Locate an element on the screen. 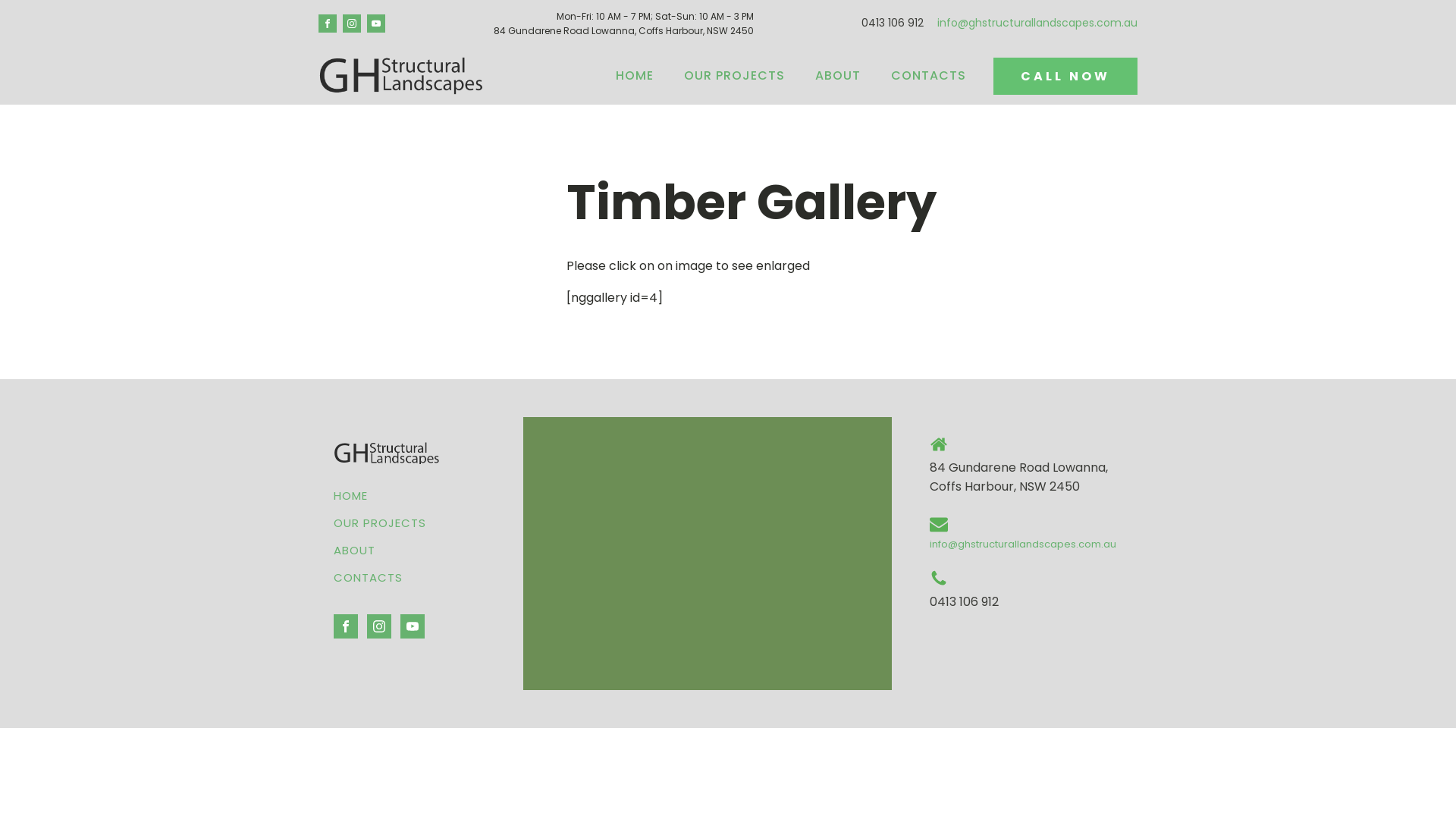  'info@ghstructurallandscapes.com.au' is located at coordinates (1022, 543).